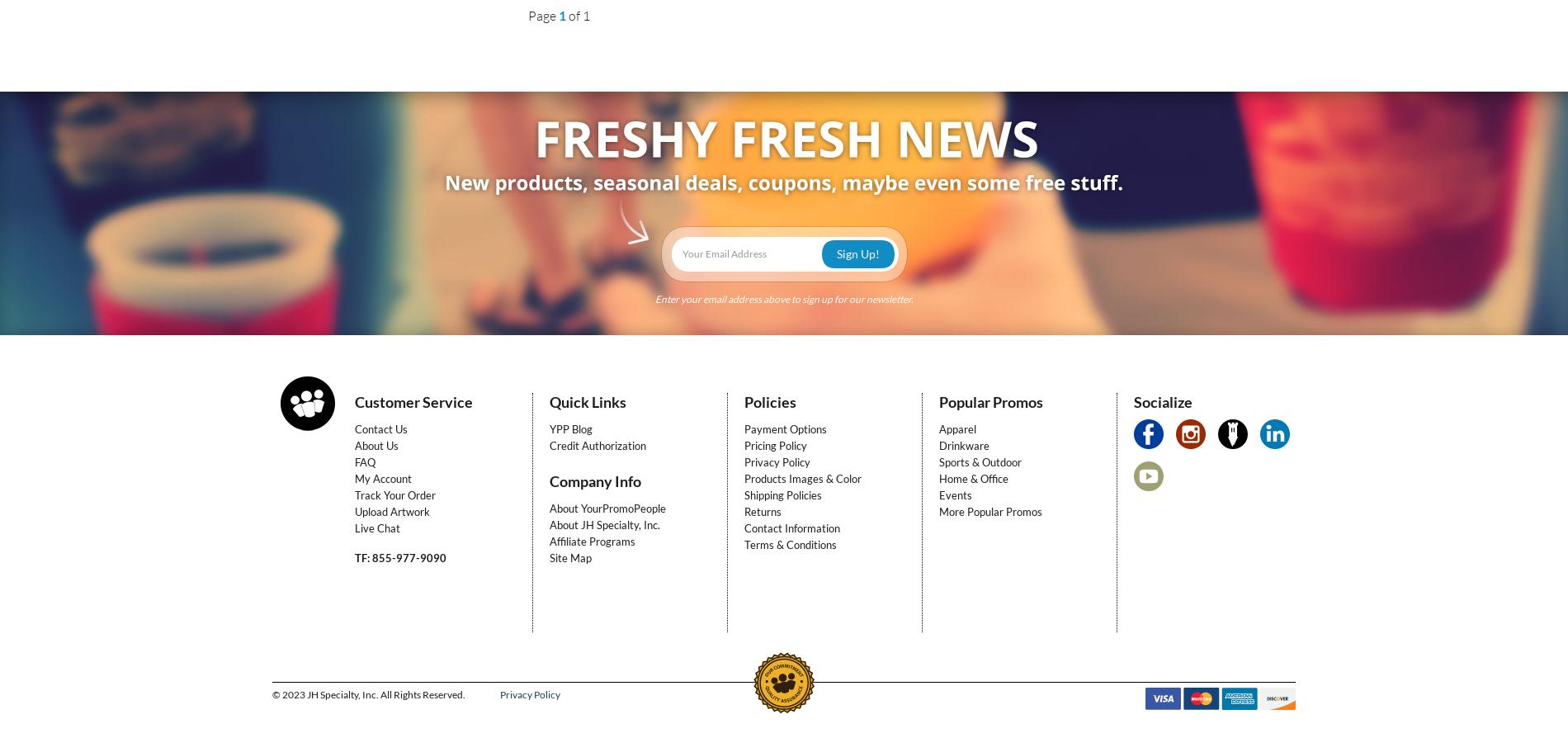  I want to click on 'About JH Specialty, Inc.', so click(604, 524).